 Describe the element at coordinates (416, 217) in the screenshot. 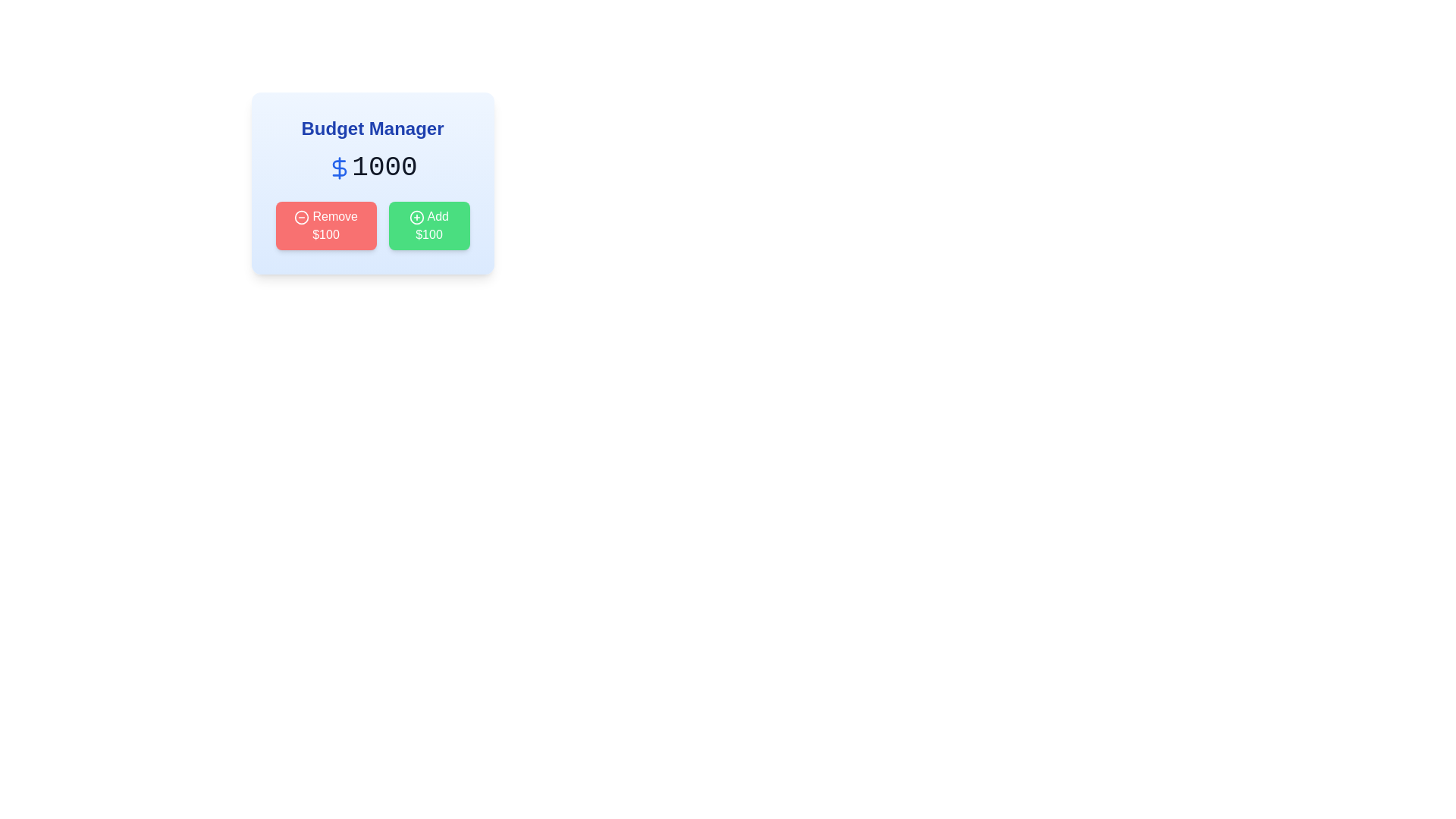

I see `the circular element within the green button labeled 'Add $100'` at that location.